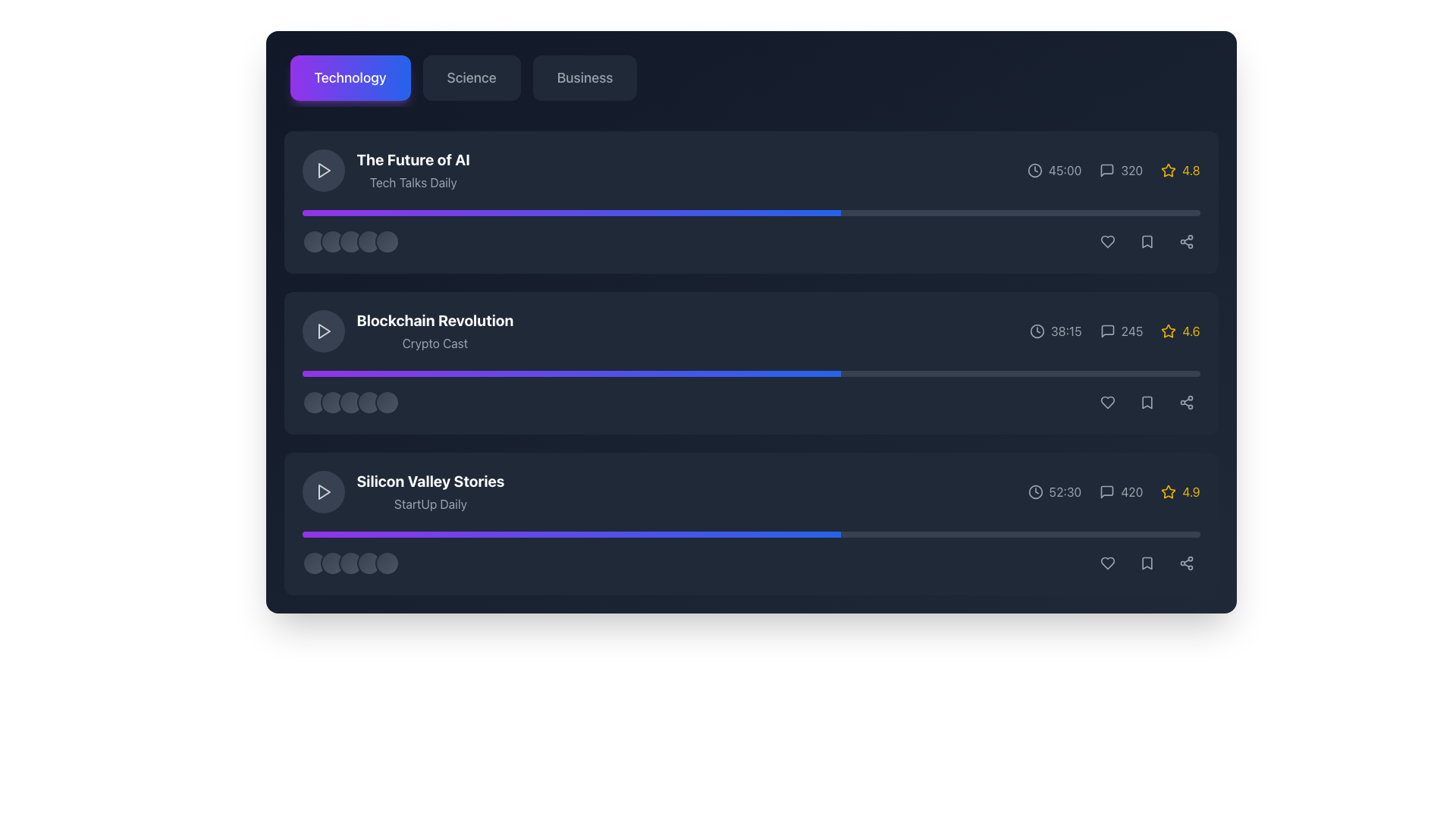 The width and height of the screenshot is (1456, 819). Describe the element at coordinates (1168, 330) in the screenshot. I see `the Star rating icon in the second row of the podcast entry titled 'Blockchain Revolution'` at that location.